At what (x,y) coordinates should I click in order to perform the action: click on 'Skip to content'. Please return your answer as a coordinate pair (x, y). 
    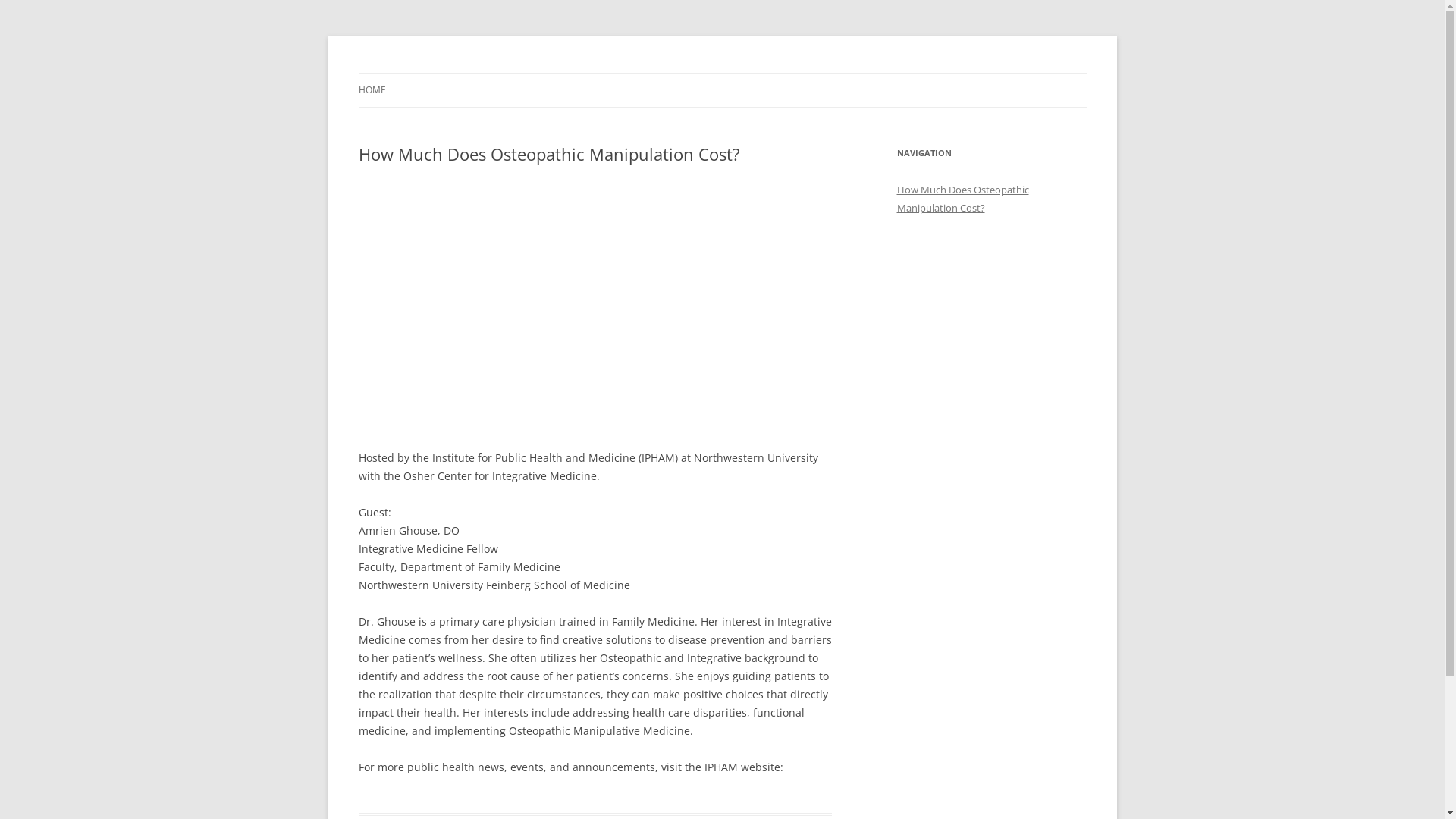
    Looking at the image, I should click on (721, 73).